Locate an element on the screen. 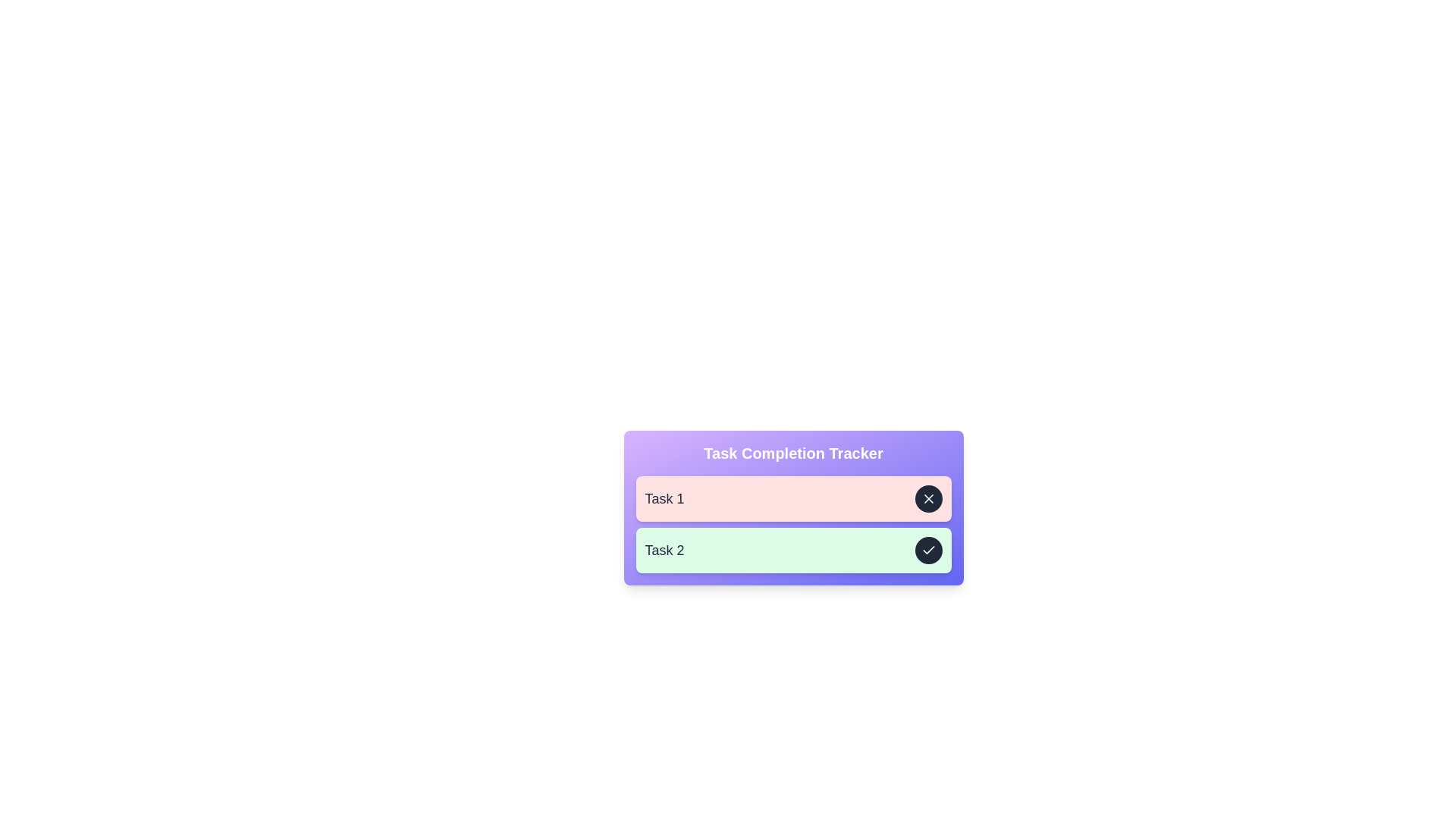 The image size is (1456, 819). the task card representing the second task in the task tracker interface, which is located beneath 'Task 1' is located at coordinates (792, 550).